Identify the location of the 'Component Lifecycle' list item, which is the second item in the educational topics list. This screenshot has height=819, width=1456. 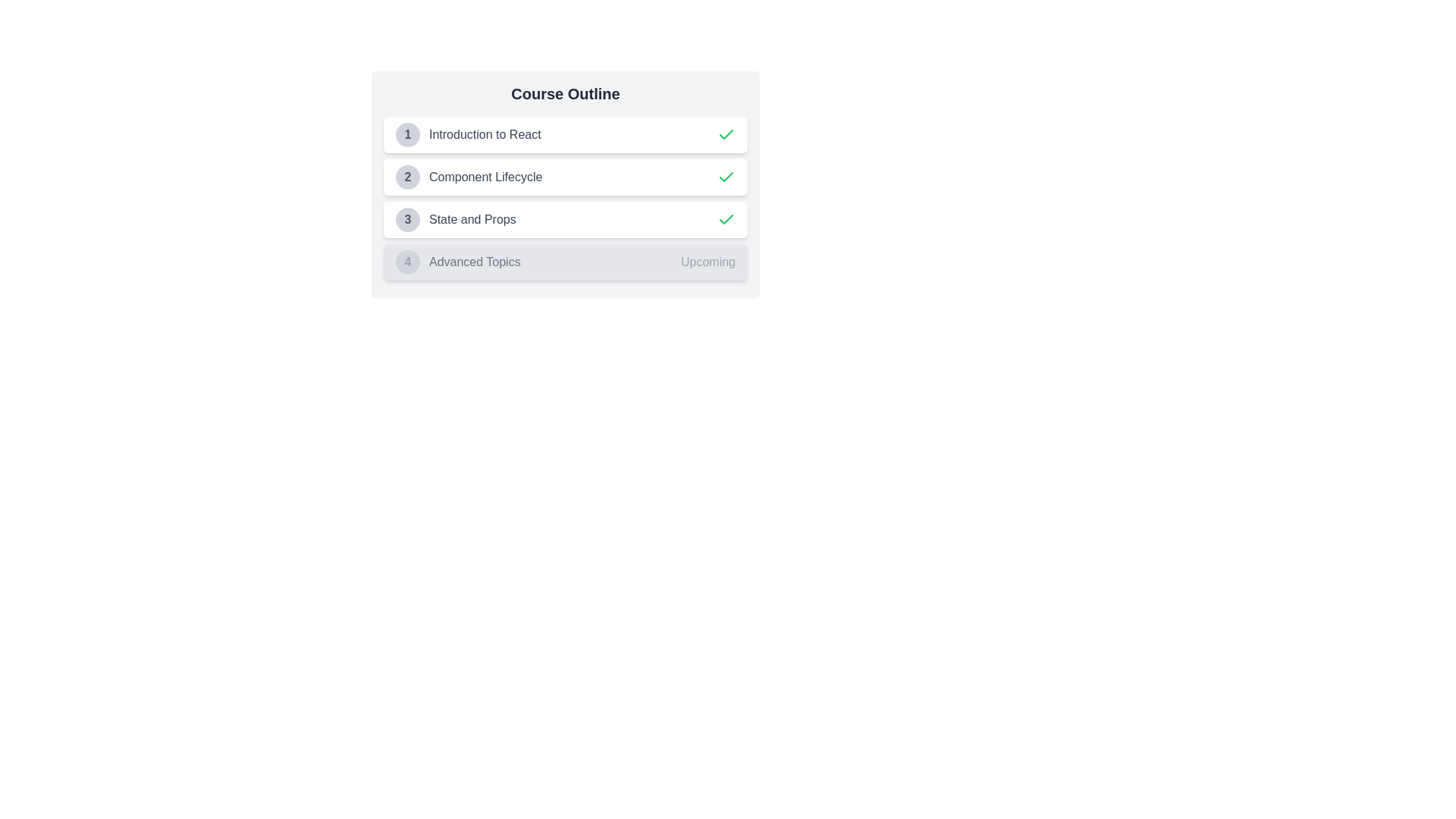
(468, 177).